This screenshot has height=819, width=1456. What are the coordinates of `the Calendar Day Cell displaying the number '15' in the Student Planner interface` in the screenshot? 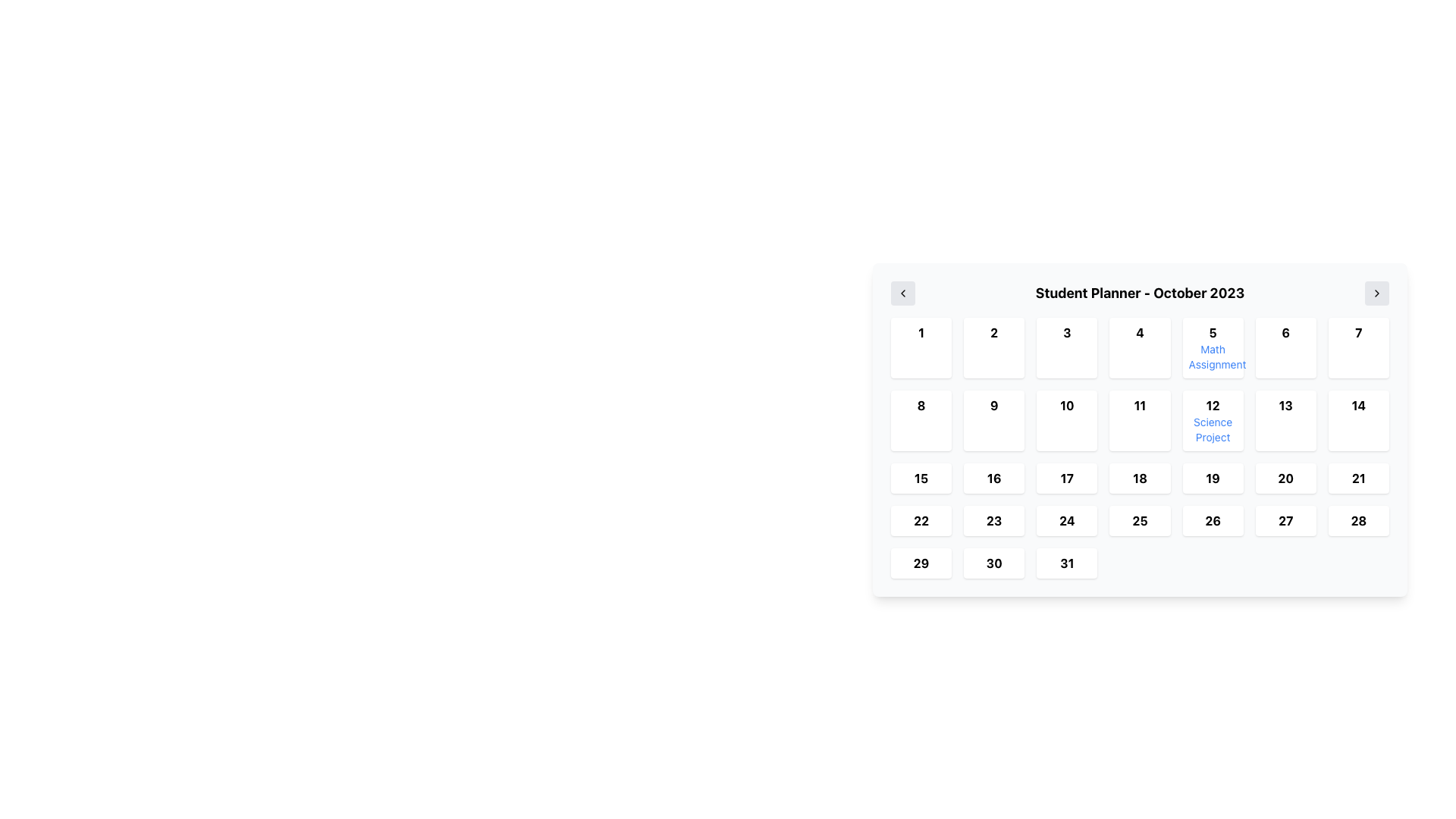 It's located at (920, 479).